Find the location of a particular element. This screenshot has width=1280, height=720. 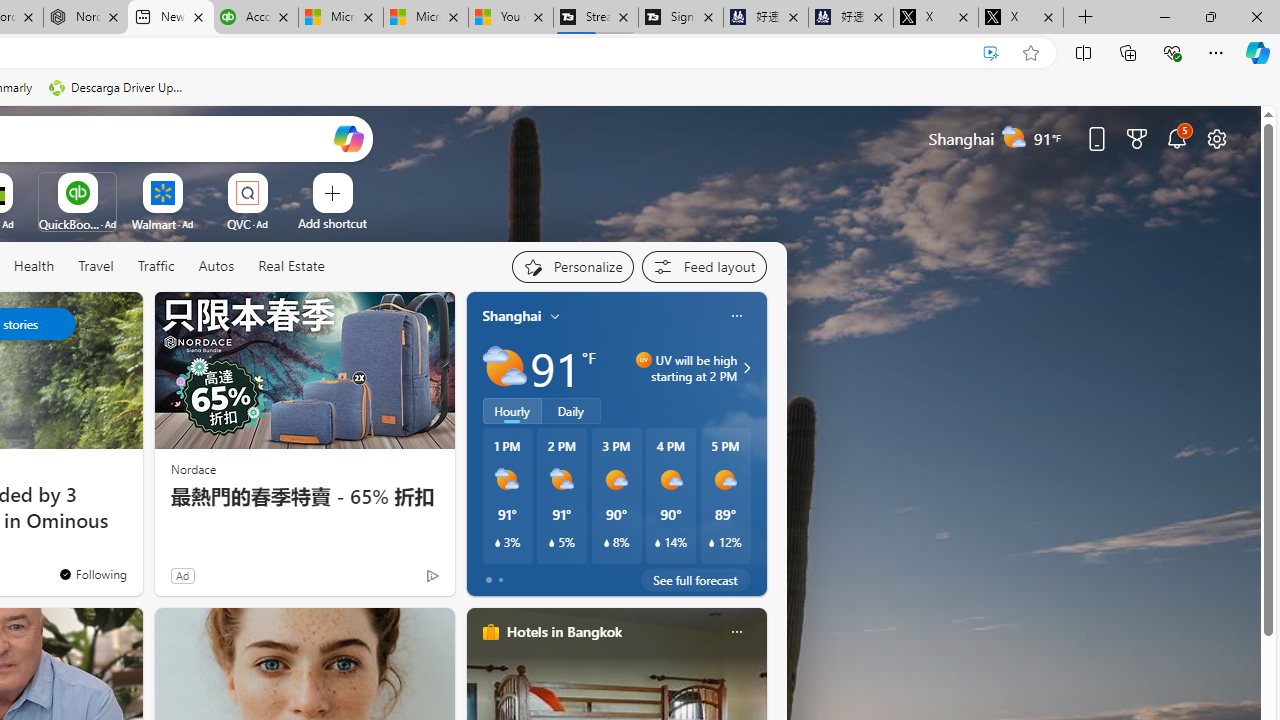

'Personalize your feed"' is located at coordinates (571, 266).